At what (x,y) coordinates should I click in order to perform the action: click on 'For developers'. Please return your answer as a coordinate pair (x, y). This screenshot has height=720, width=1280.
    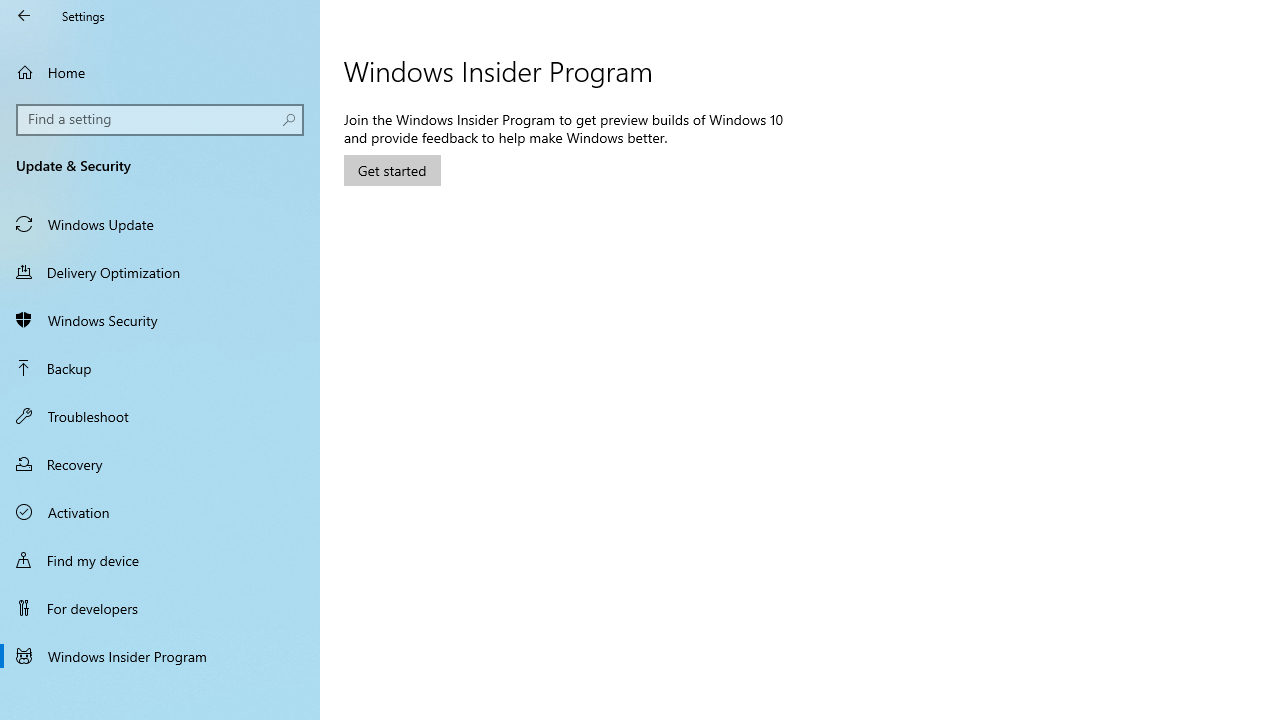
    Looking at the image, I should click on (160, 607).